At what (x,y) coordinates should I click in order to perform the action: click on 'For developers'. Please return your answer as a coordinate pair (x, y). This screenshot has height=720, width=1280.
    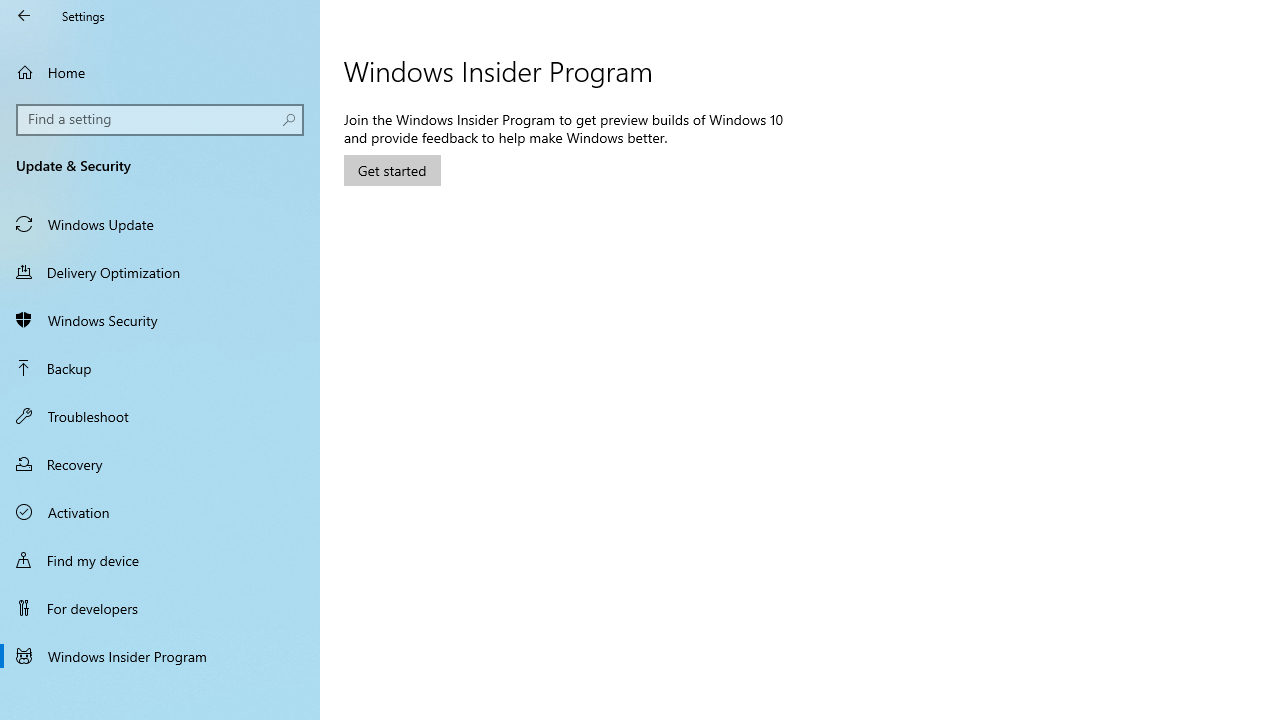
    Looking at the image, I should click on (160, 607).